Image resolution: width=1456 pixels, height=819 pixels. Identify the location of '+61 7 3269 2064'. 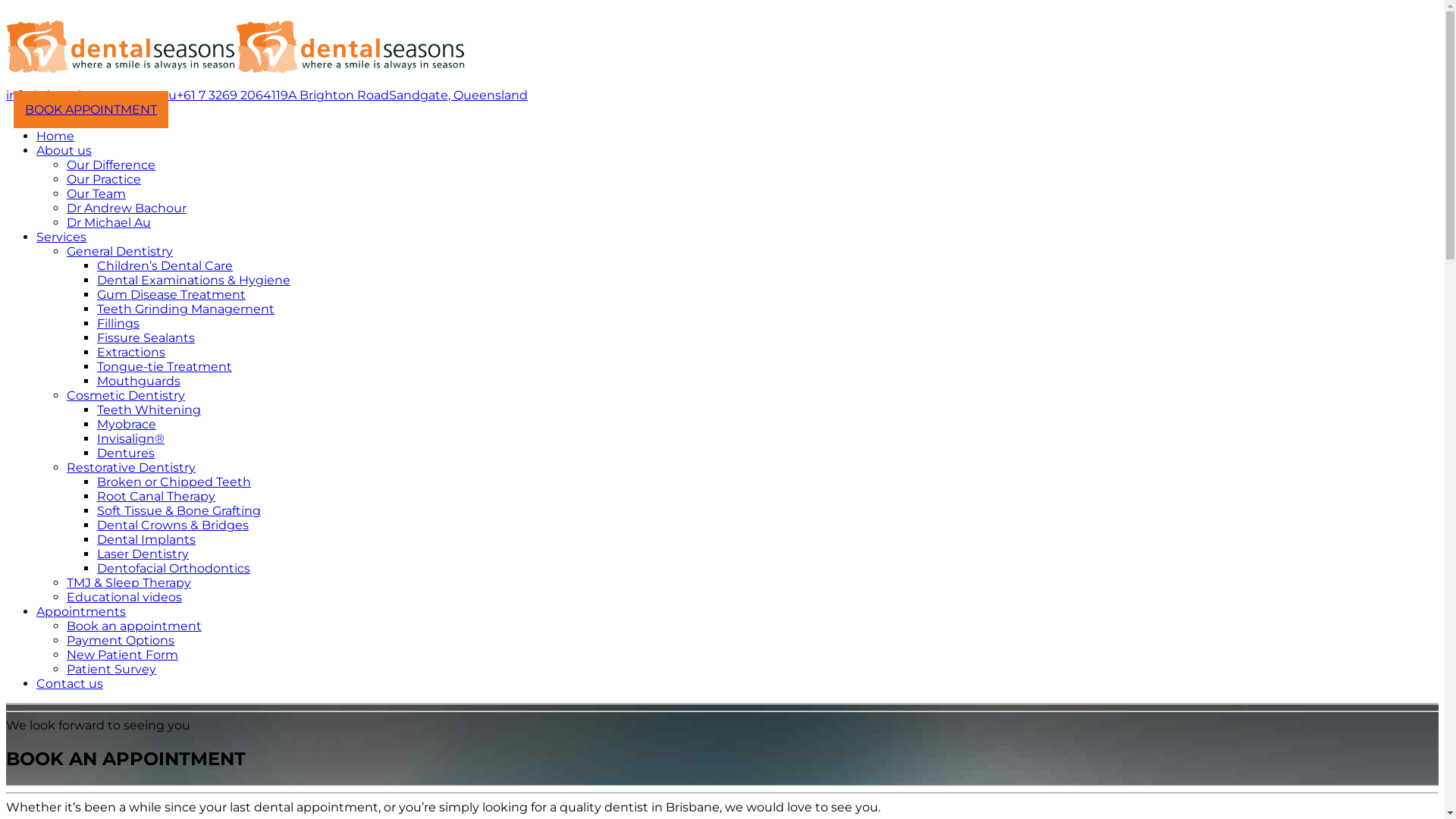
(223, 95).